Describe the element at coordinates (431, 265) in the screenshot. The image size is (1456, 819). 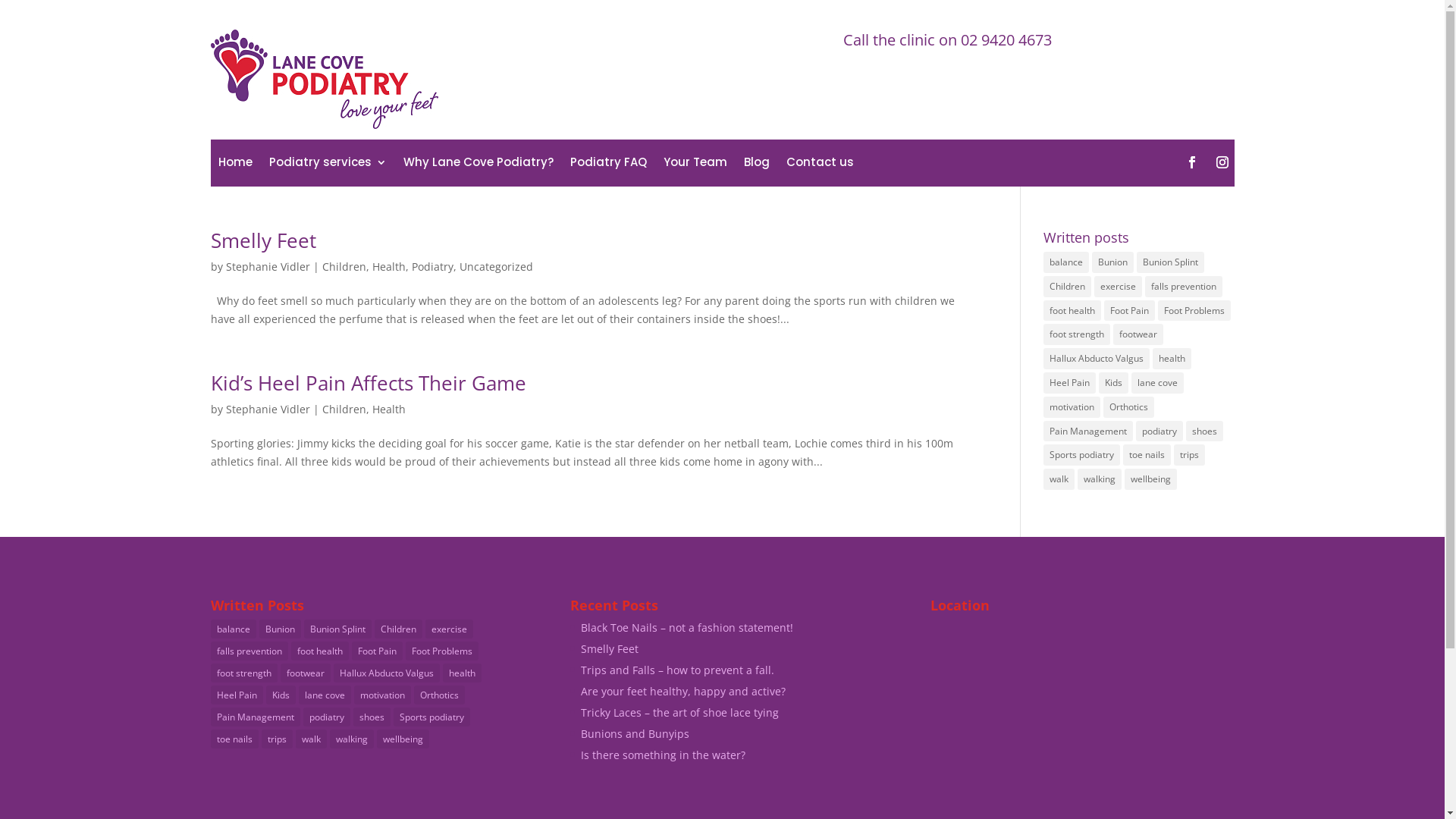
I see `'Podiatry'` at that location.